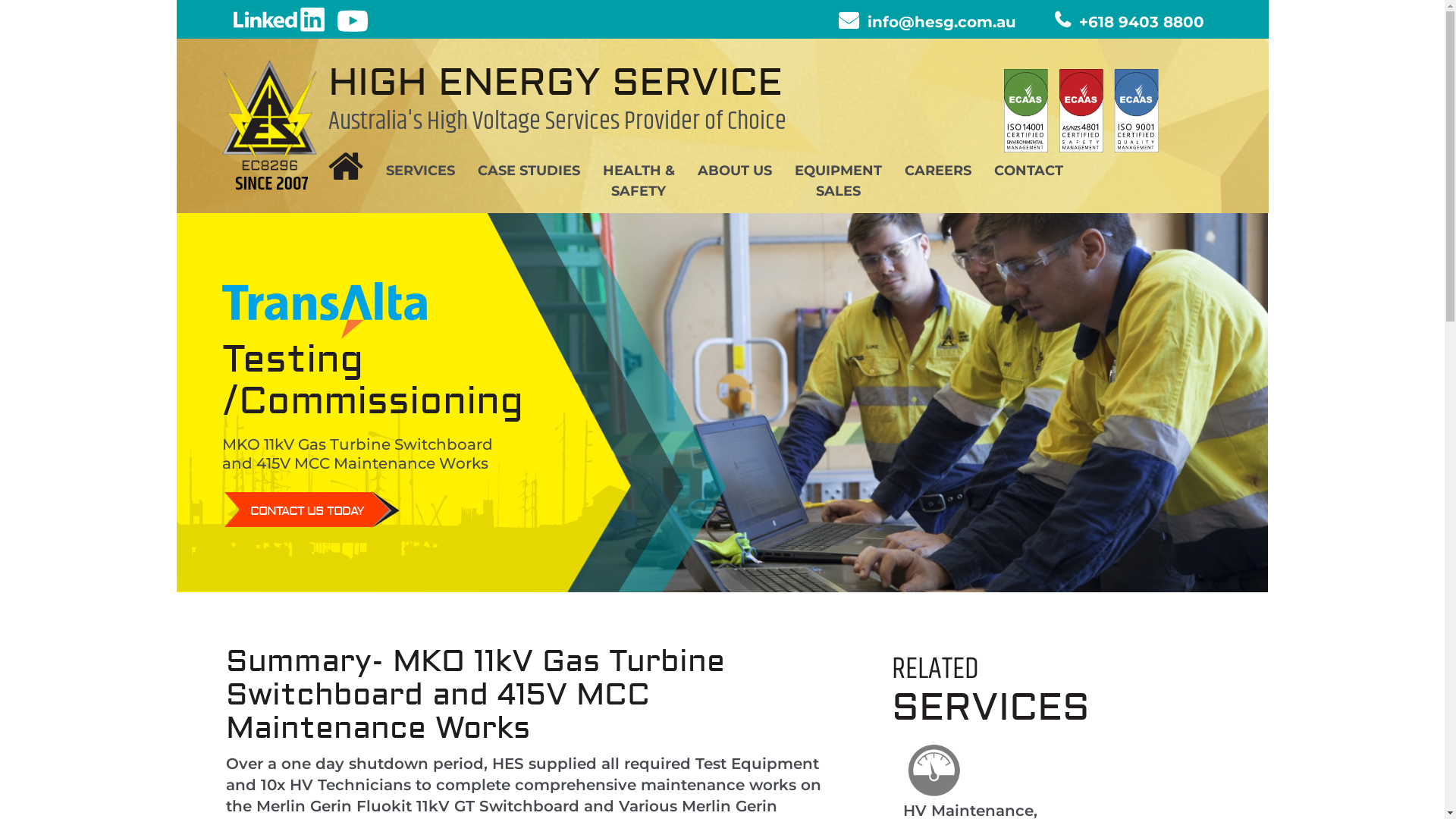 Image resolution: width=1456 pixels, height=819 pixels. Describe the element at coordinates (937, 171) in the screenshot. I see `'CAREERS'` at that location.